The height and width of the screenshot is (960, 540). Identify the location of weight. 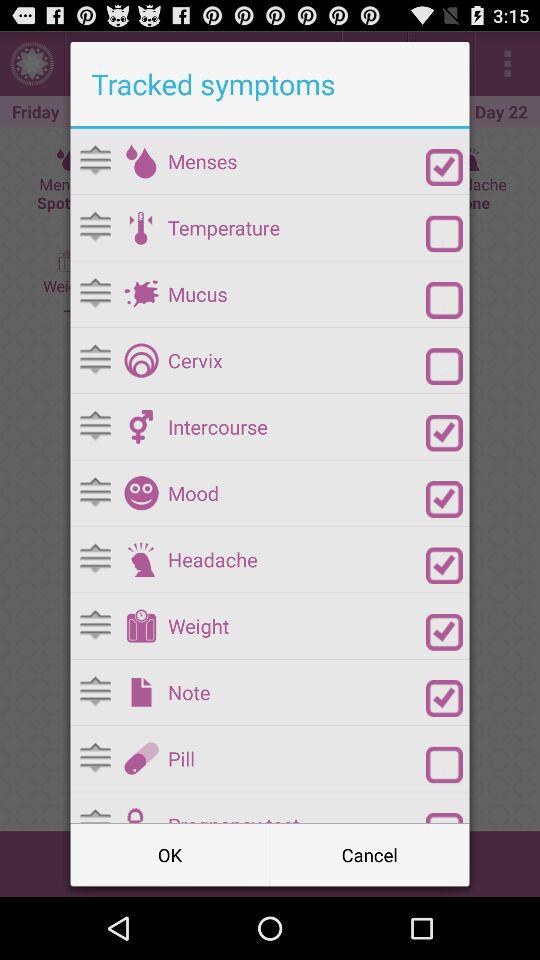
(140, 625).